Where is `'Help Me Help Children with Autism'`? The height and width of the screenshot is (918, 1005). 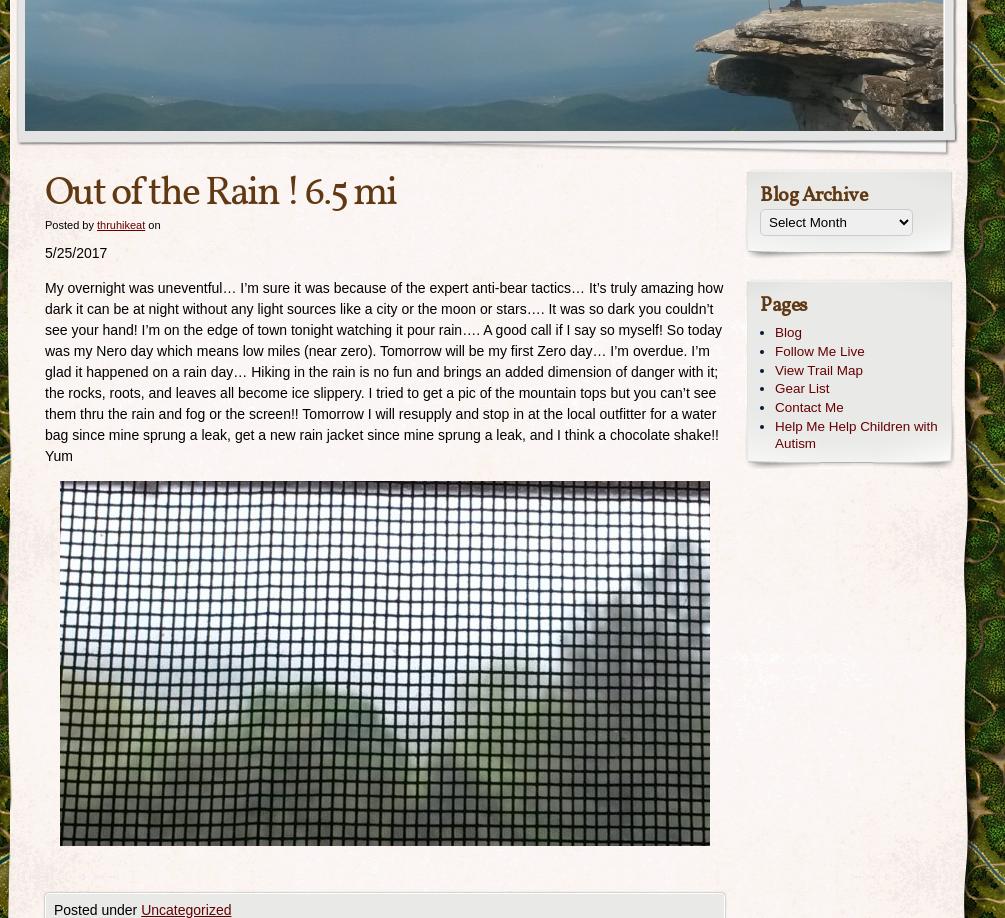
'Help Me Help Children with Autism' is located at coordinates (854, 433).